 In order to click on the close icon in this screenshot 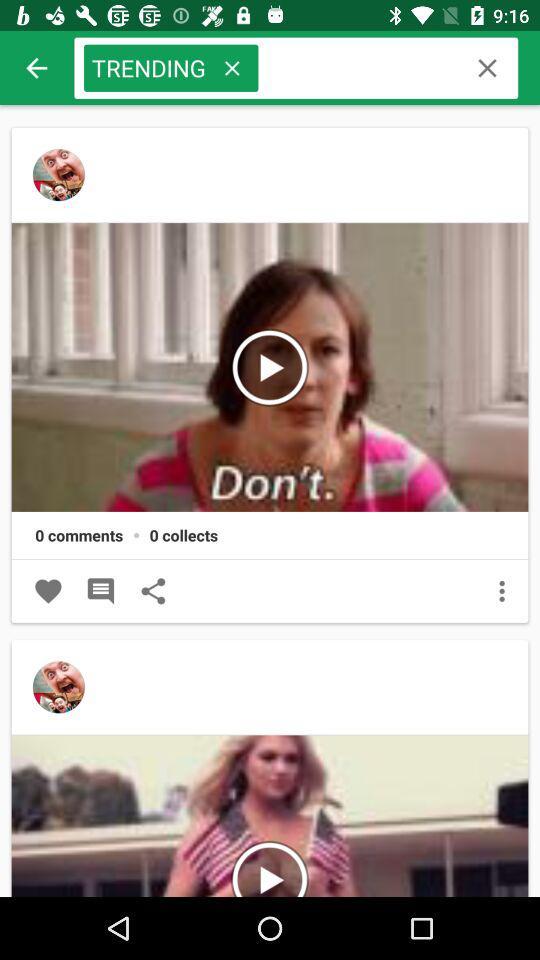, I will do `click(486, 68)`.